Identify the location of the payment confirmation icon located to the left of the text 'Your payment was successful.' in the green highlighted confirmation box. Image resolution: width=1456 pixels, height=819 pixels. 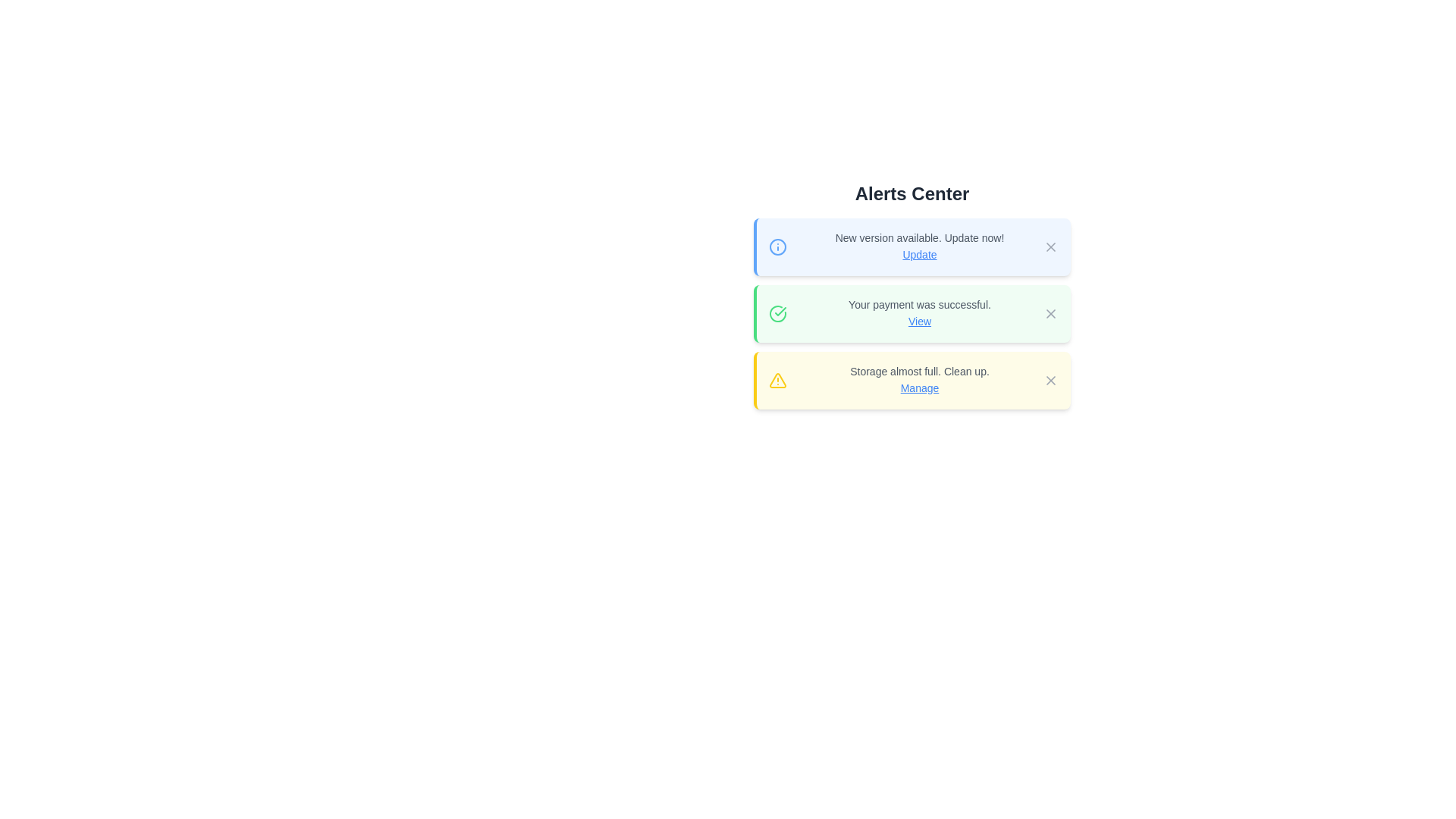
(778, 312).